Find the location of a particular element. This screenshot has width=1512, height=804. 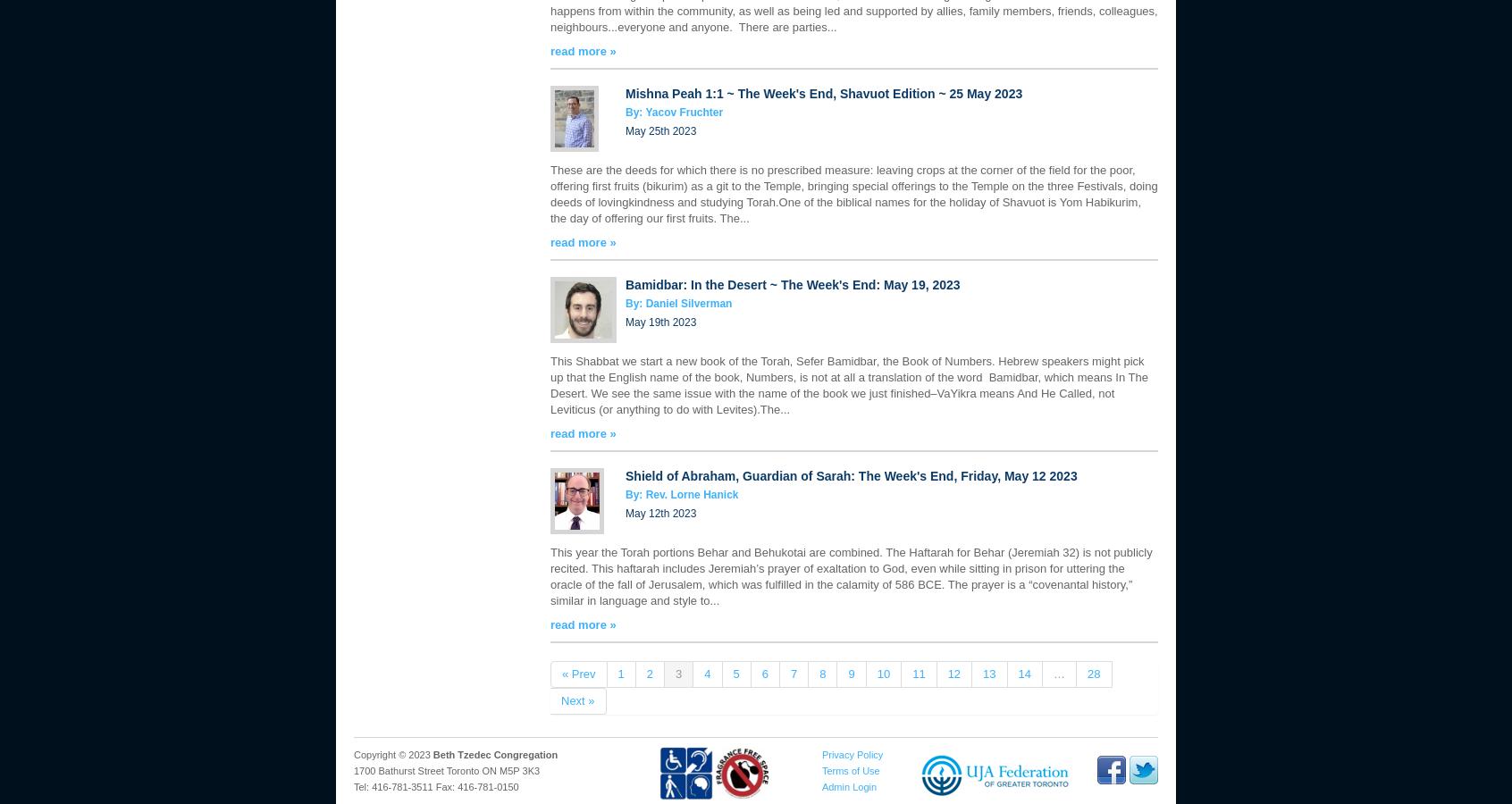

'By: Rev. Lorne Hanick' is located at coordinates (680, 494).